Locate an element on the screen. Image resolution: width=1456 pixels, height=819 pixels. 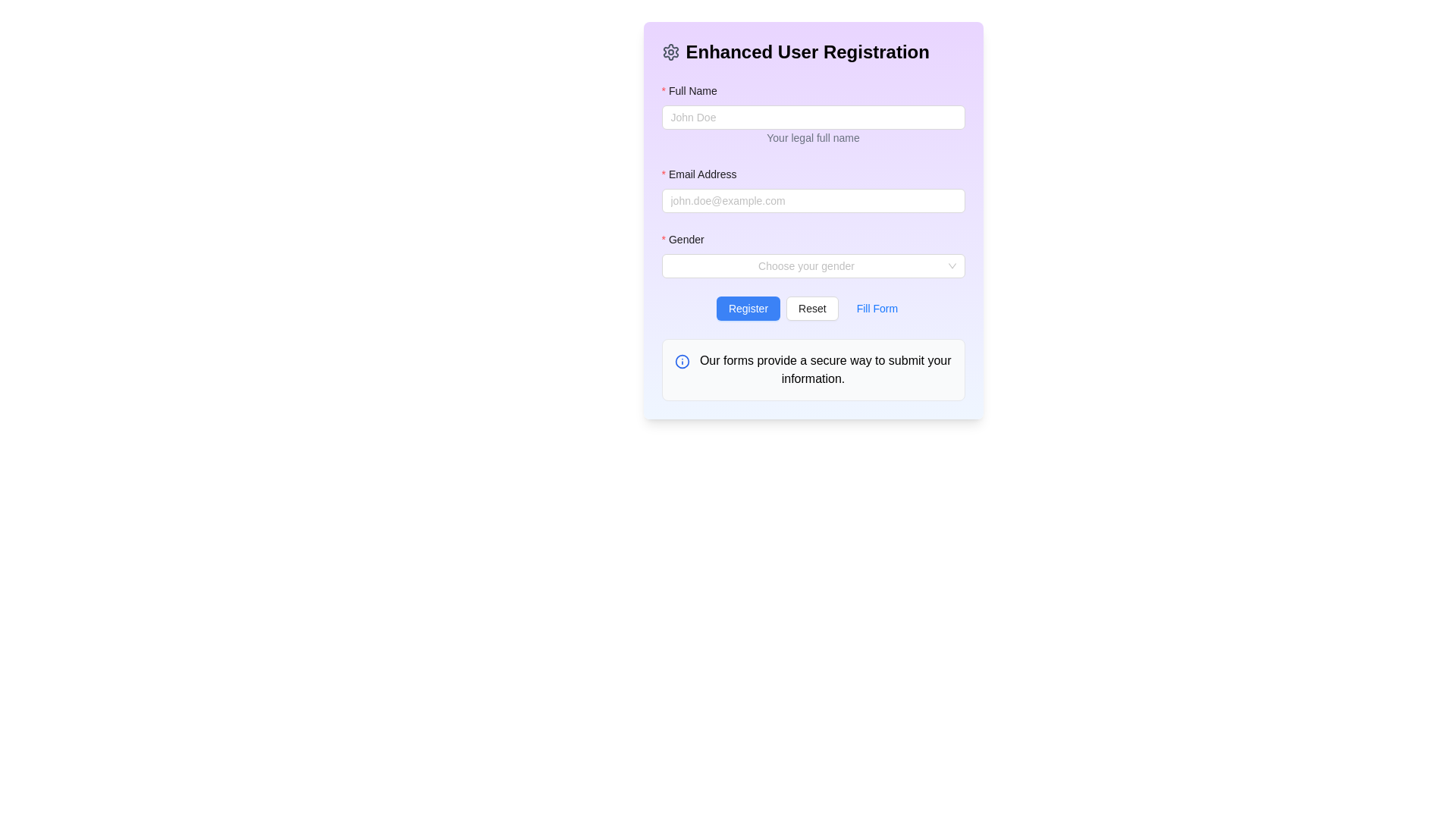
the 'Fill Form' button, which is the third button in a row of three buttons below a form is located at coordinates (877, 308).